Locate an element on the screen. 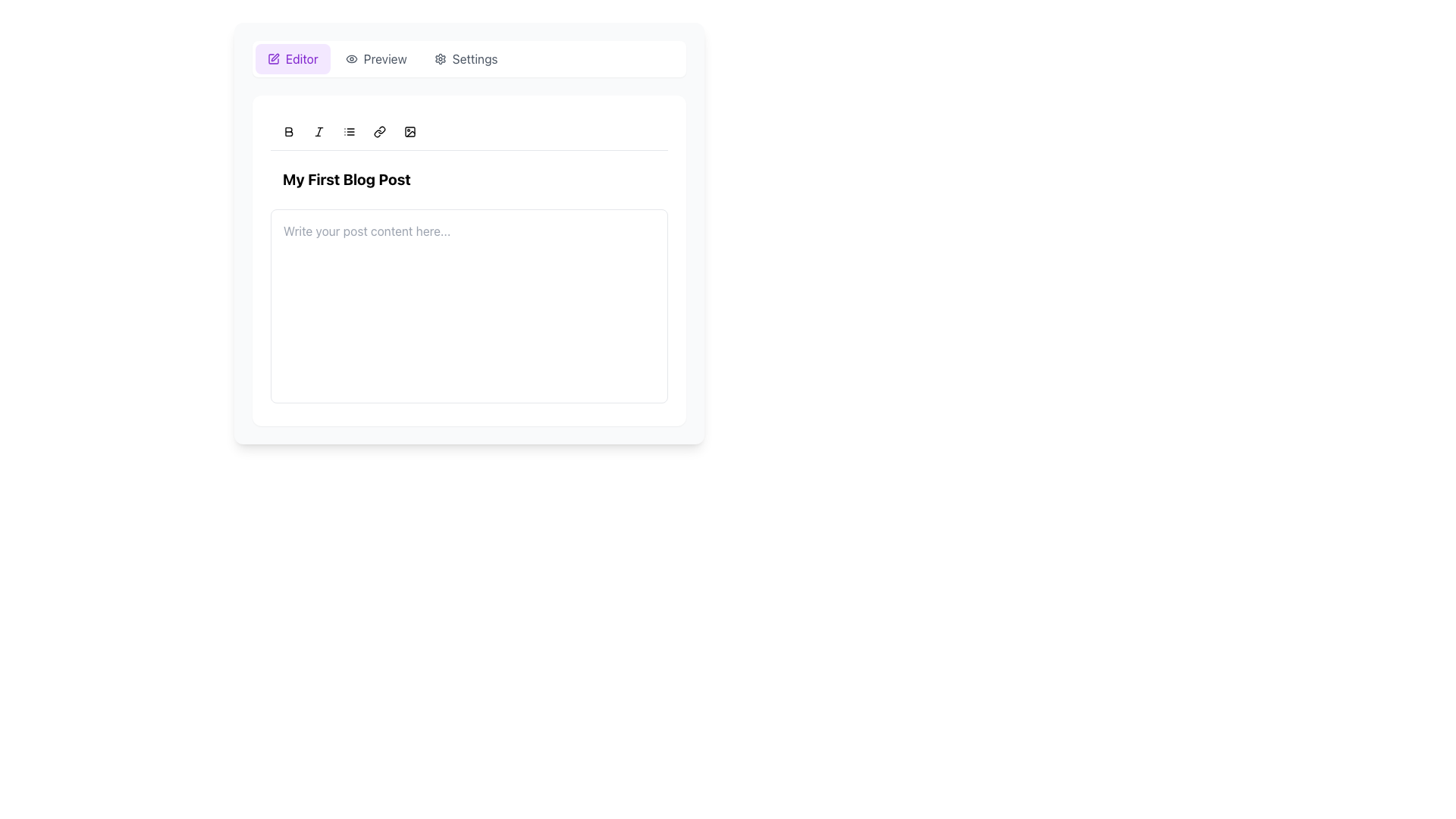 Image resolution: width=1456 pixels, height=819 pixels. the tooltip displaying the text 'Link', which has a dark gray background and is positioned above the link icon in the content editor's toolbar is located at coordinates (382, 122).